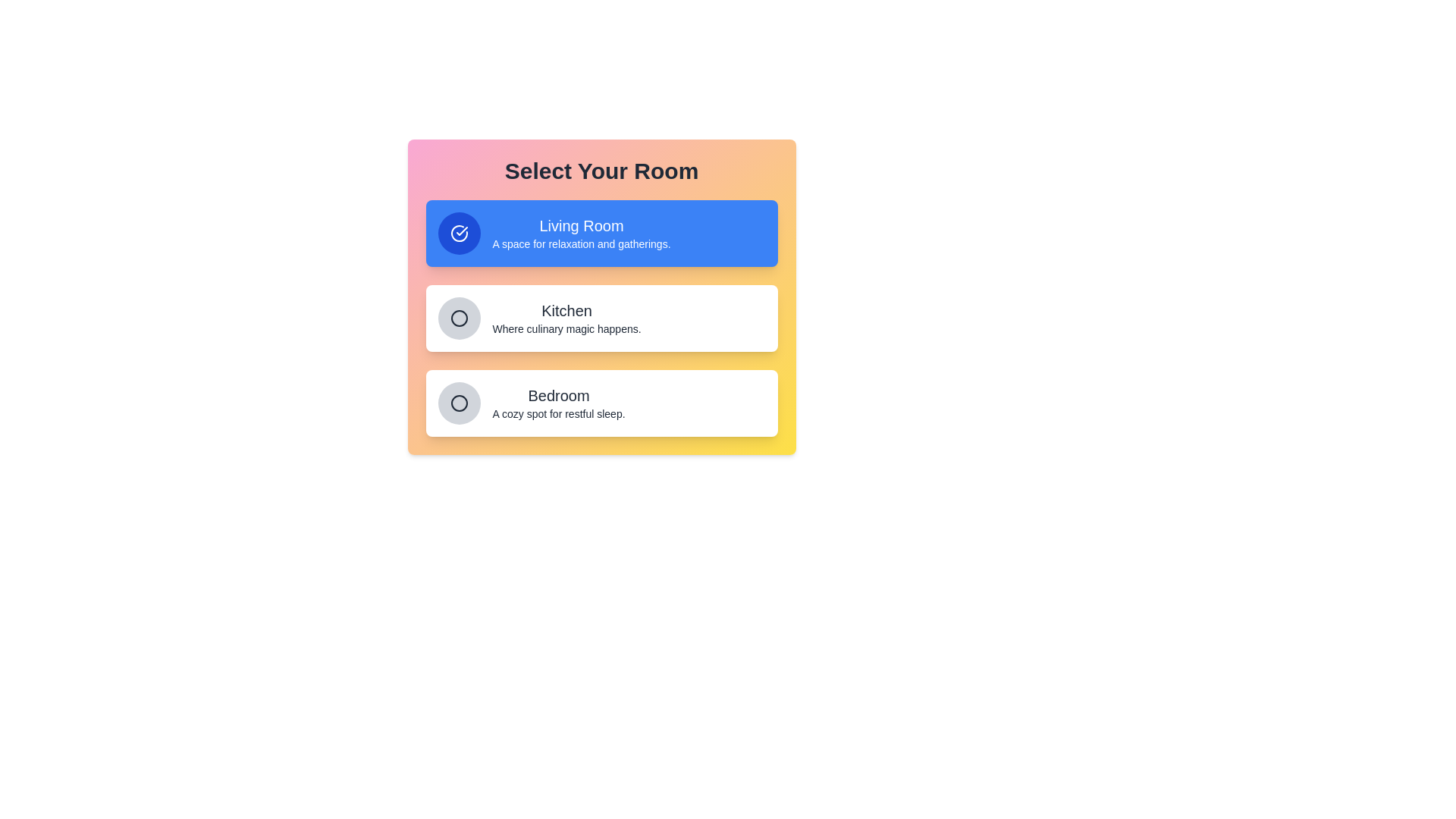  Describe the element at coordinates (458, 234) in the screenshot. I see `the interior graphical detail of the circular icon within the blue button labeled 'Living Room' for visual understanding` at that location.